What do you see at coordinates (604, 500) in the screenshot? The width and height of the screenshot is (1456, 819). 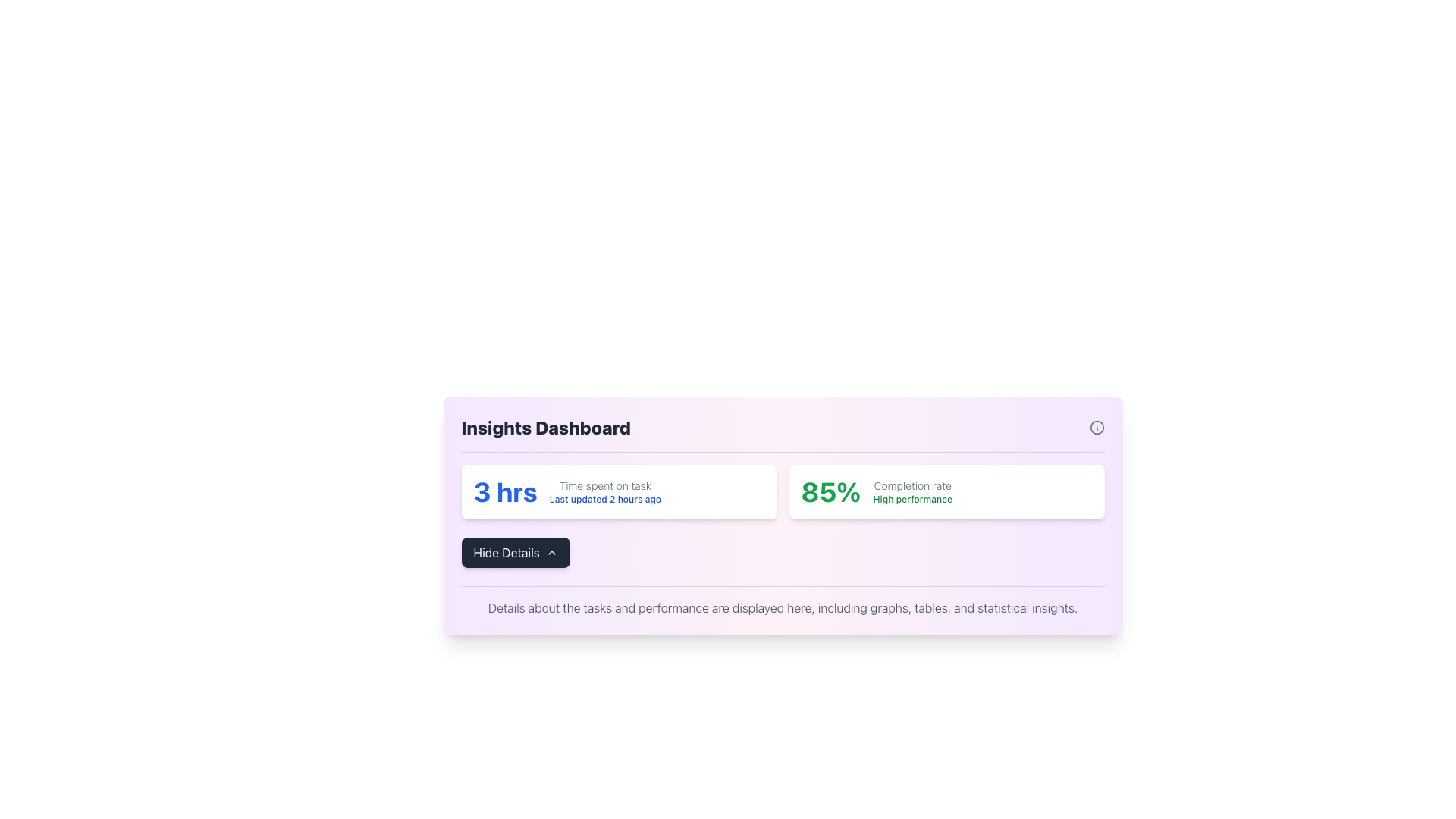 I see `the small text label that reads 'Last updated 2 hours ago', which is styled in blue and positioned below 'Time spent on task'` at bounding box center [604, 500].